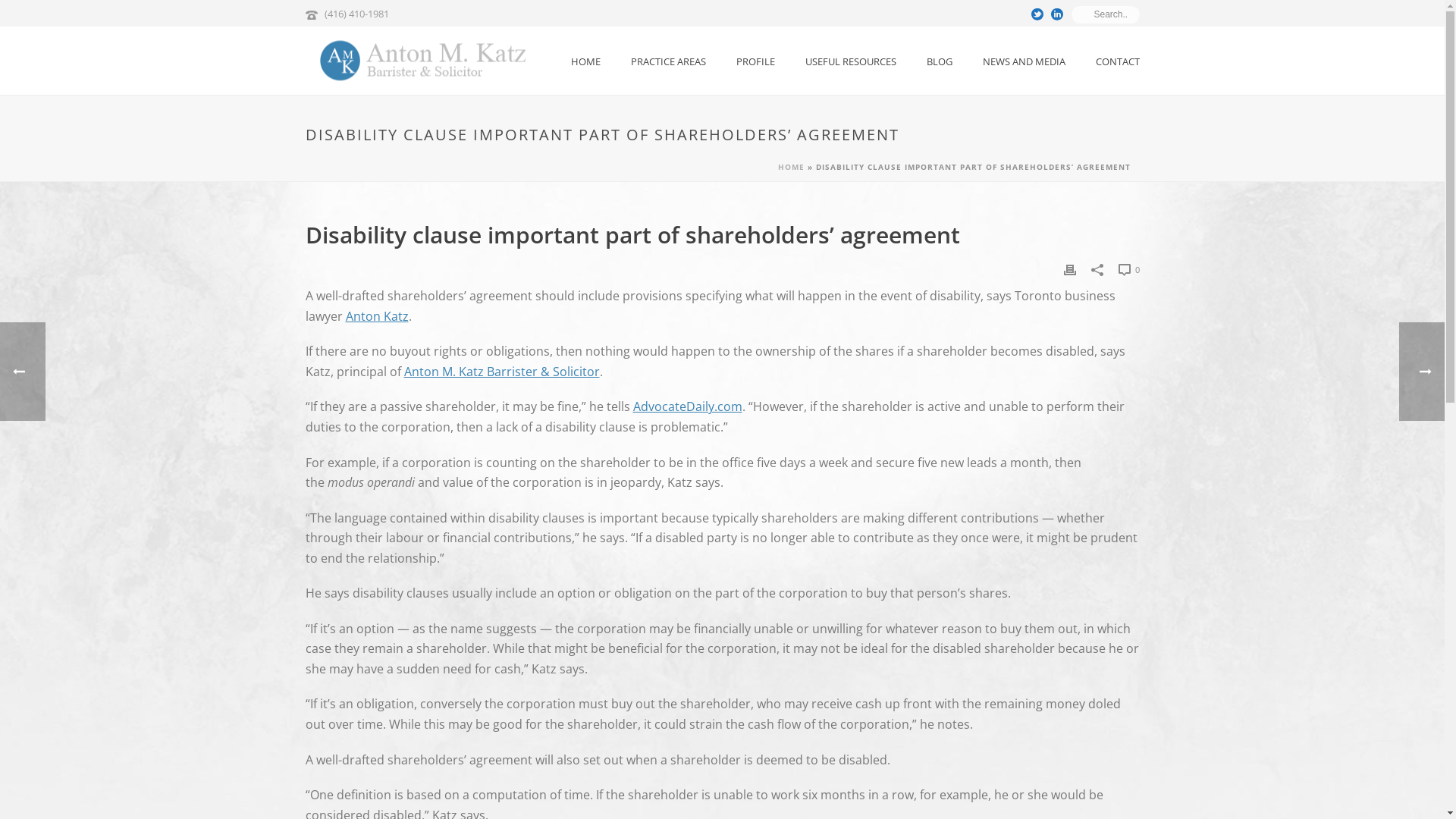 This screenshot has width=1456, height=819. Describe the element at coordinates (790, 166) in the screenshot. I see `'HOME'` at that location.